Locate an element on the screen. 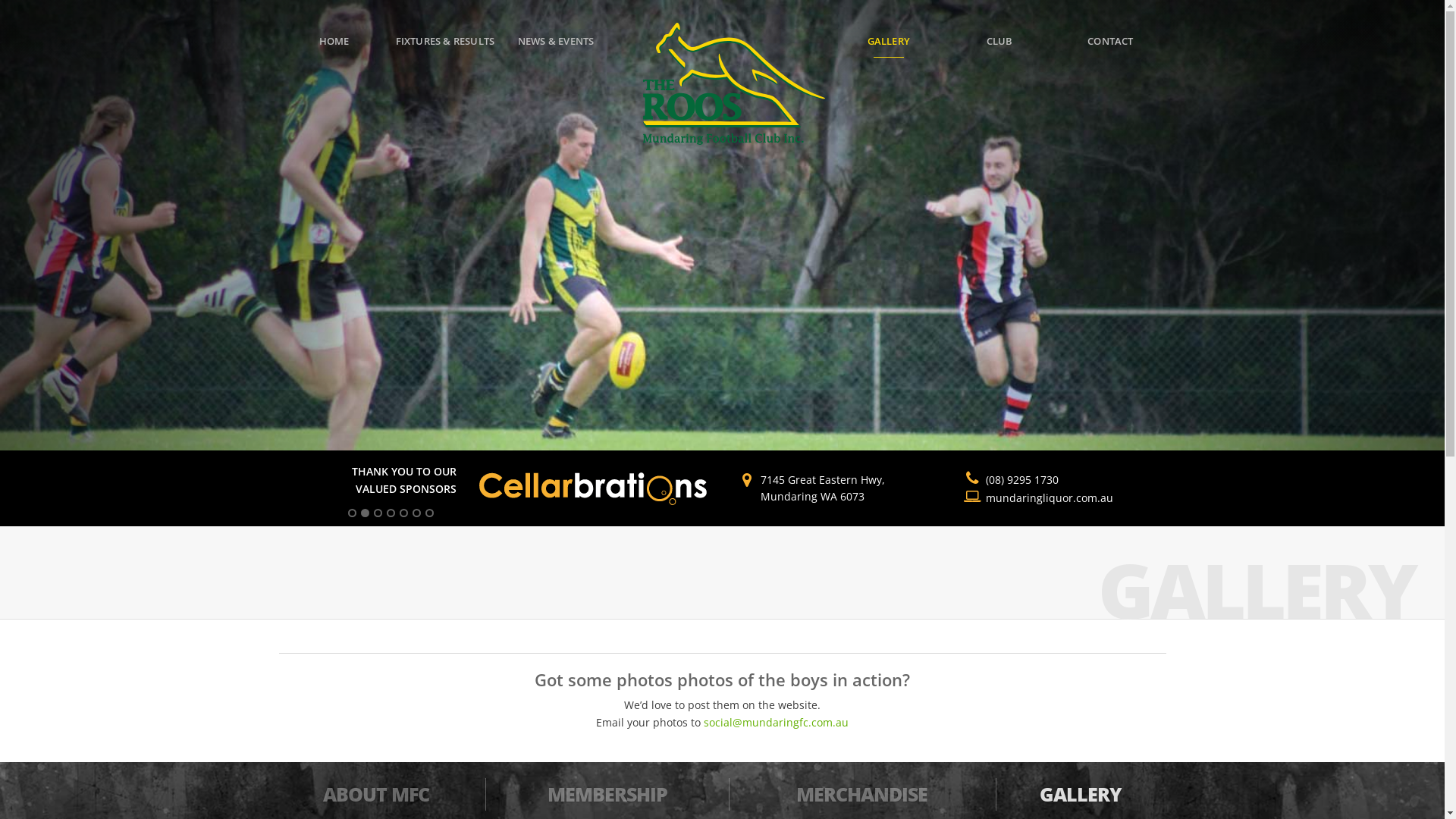 The width and height of the screenshot is (1456, 819). 'CONTACT' is located at coordinates (1110, 40).